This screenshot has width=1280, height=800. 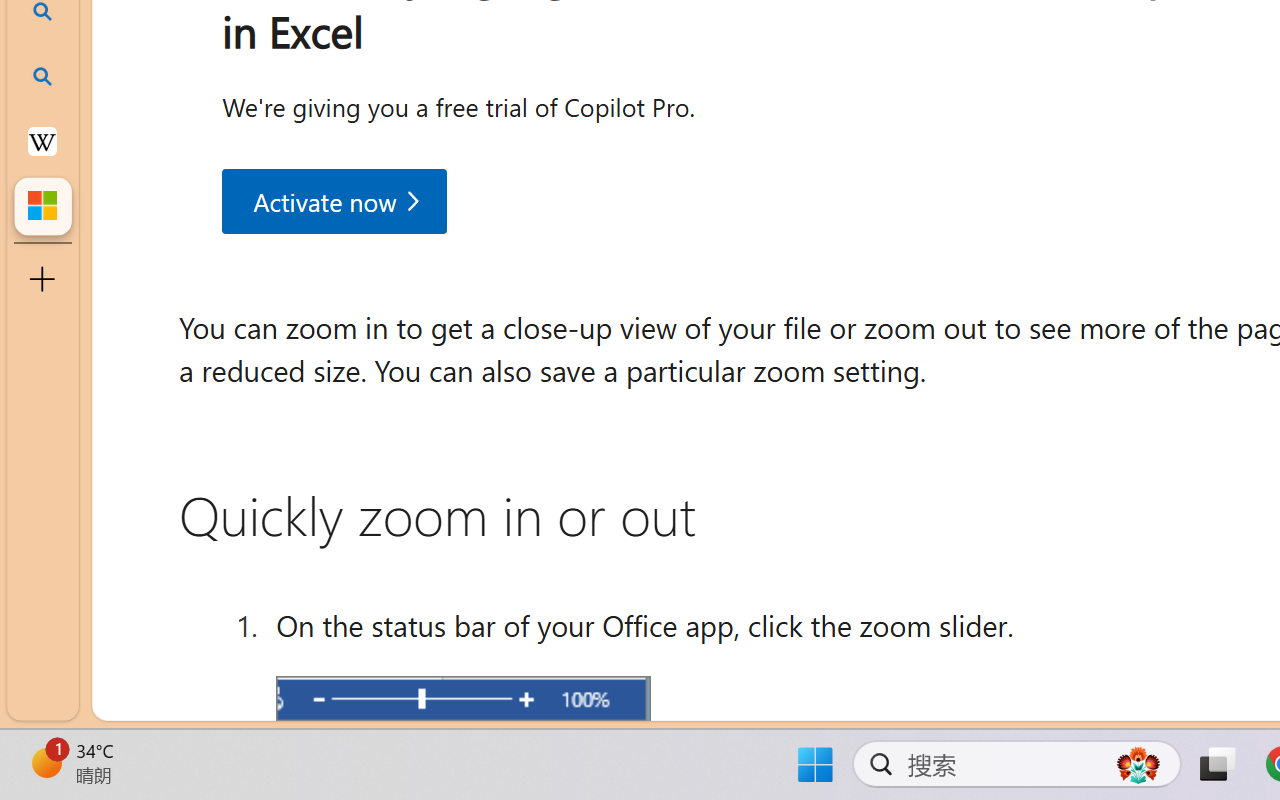 I want to click on 'Earth - Wikipedia', so click(x=42, y=140).